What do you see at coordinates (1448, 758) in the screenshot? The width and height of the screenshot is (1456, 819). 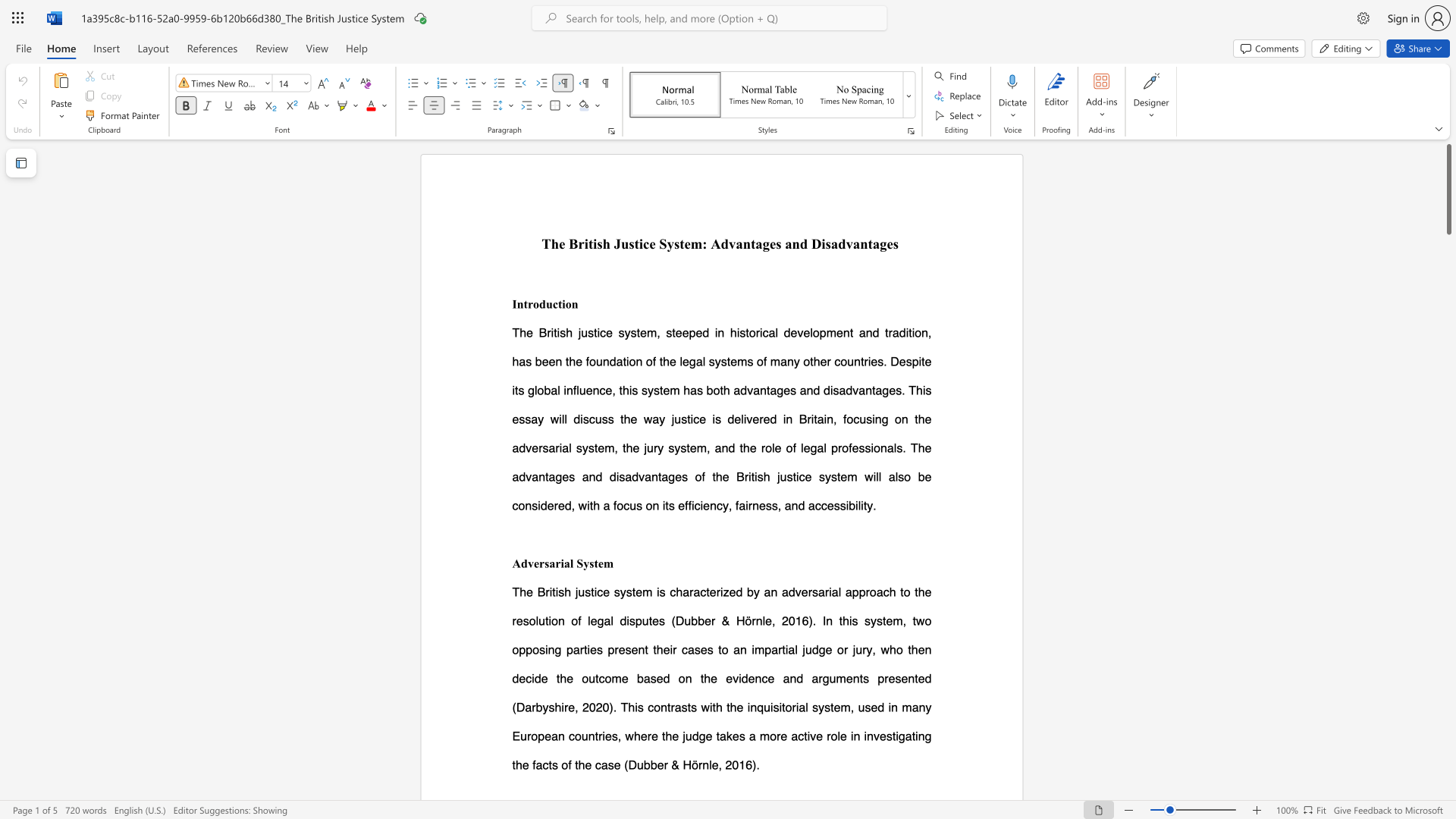 I see `the scrollbar to move the page downward` at bounding box center [1448, 758].